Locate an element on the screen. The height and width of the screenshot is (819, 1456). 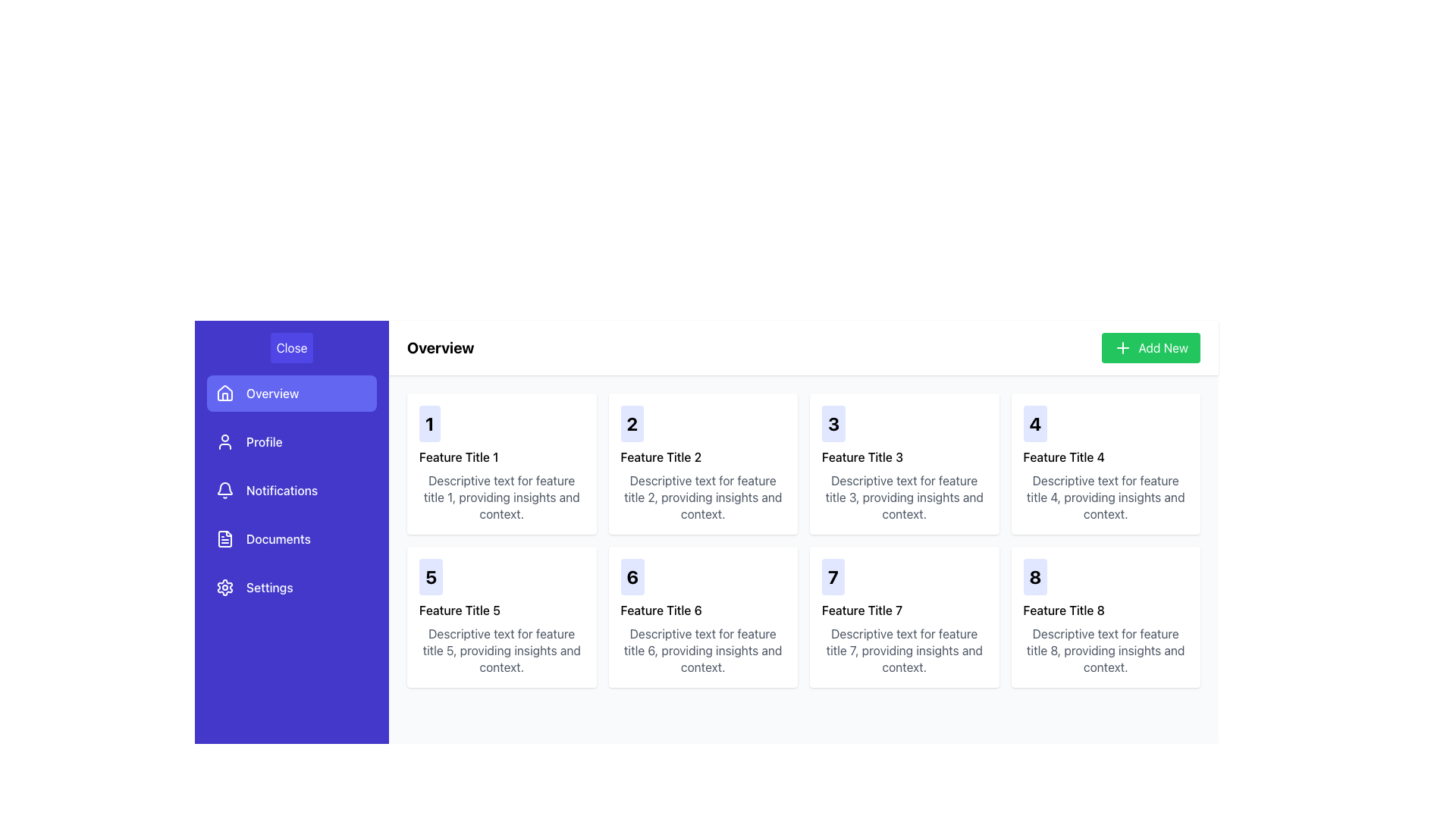
the informational card located in the first row, third column of the grid layout, which presents information about a specific feature is located at coordinates (904, 463).